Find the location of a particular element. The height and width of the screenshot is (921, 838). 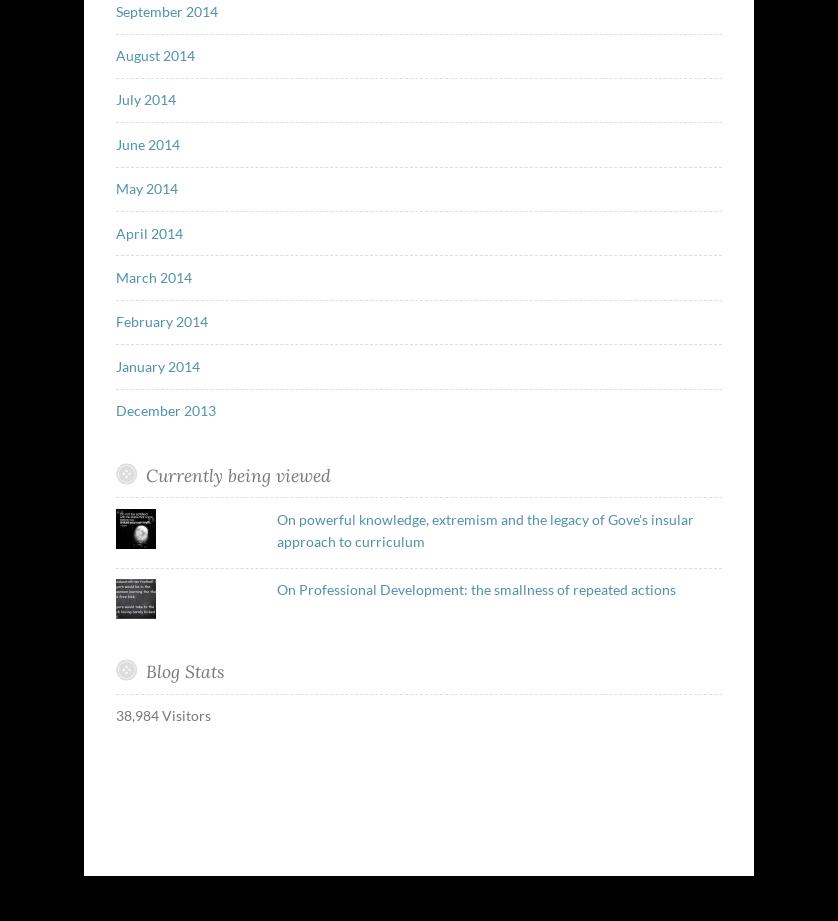

'January 2014' is located at coordinates (157, 365).